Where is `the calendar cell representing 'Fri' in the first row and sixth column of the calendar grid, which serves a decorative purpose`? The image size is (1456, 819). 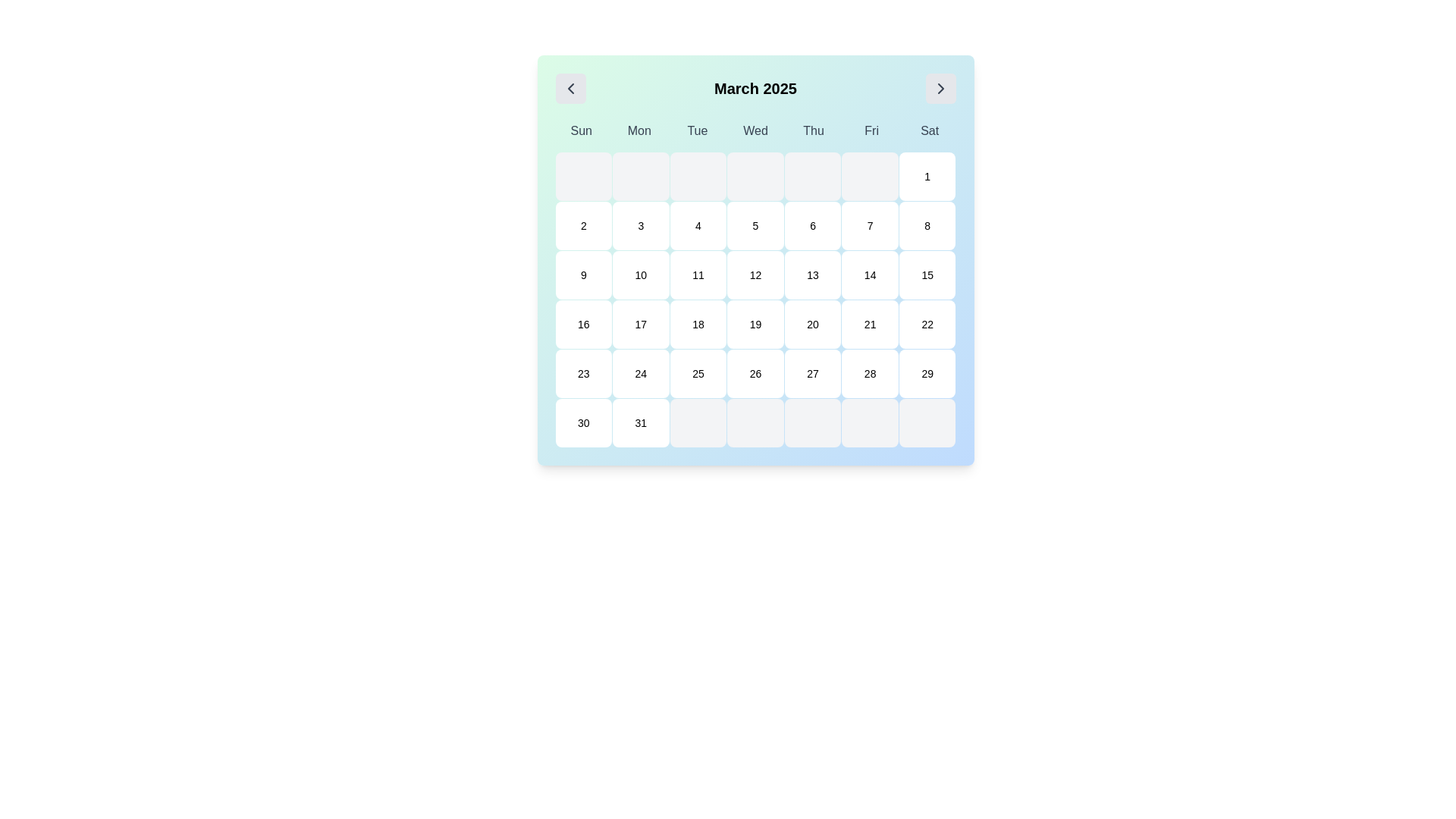 the calendar cell representing 'Fri' in the first row and sixth column of the calendar grid, which serves a decorative purpose is located at coordinates (870, 175).